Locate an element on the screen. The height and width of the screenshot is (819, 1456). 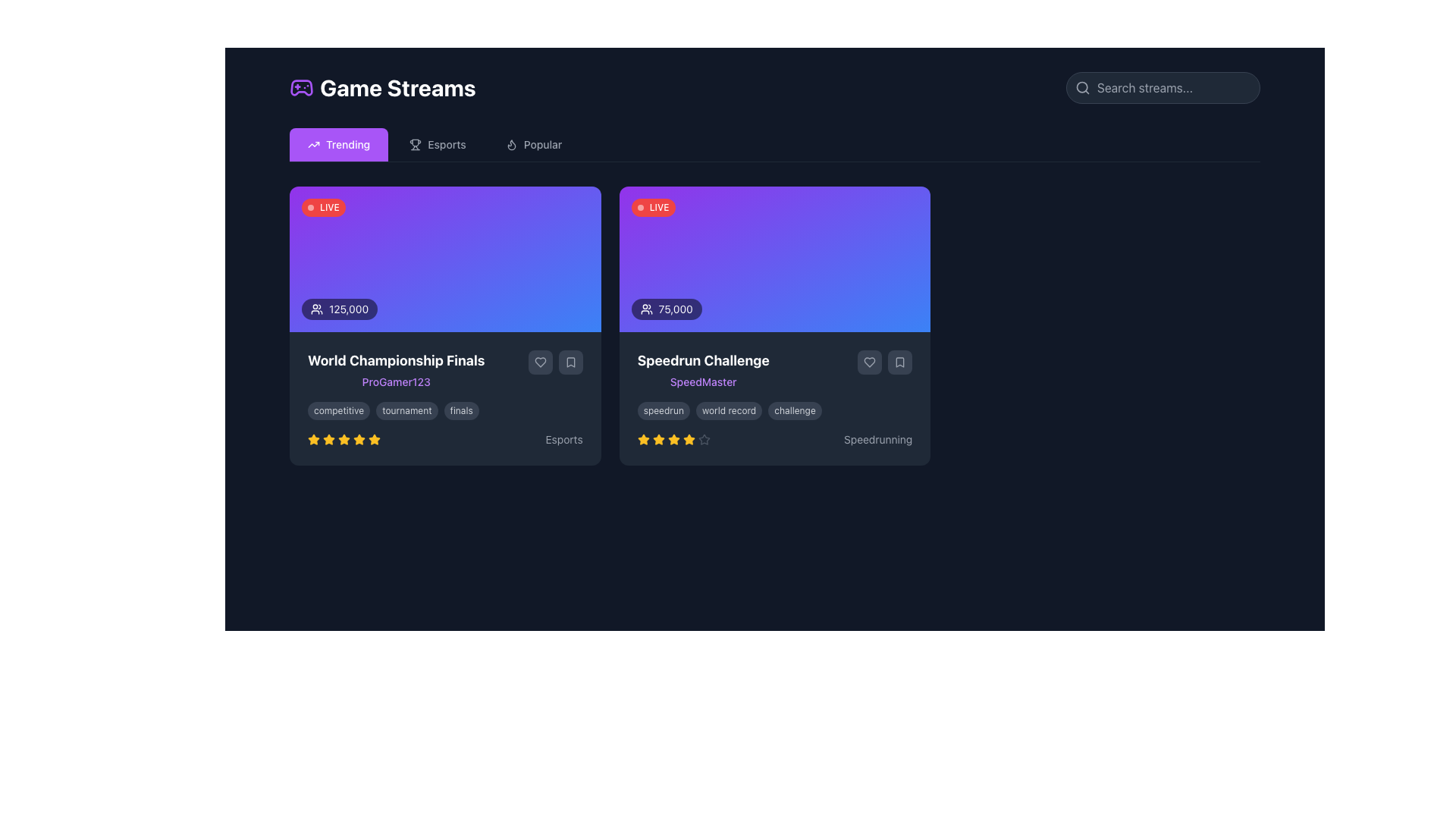
'Trending' text label, which identifies the active section for trending content in the Game Streams area is located at coordinates (347, 145).